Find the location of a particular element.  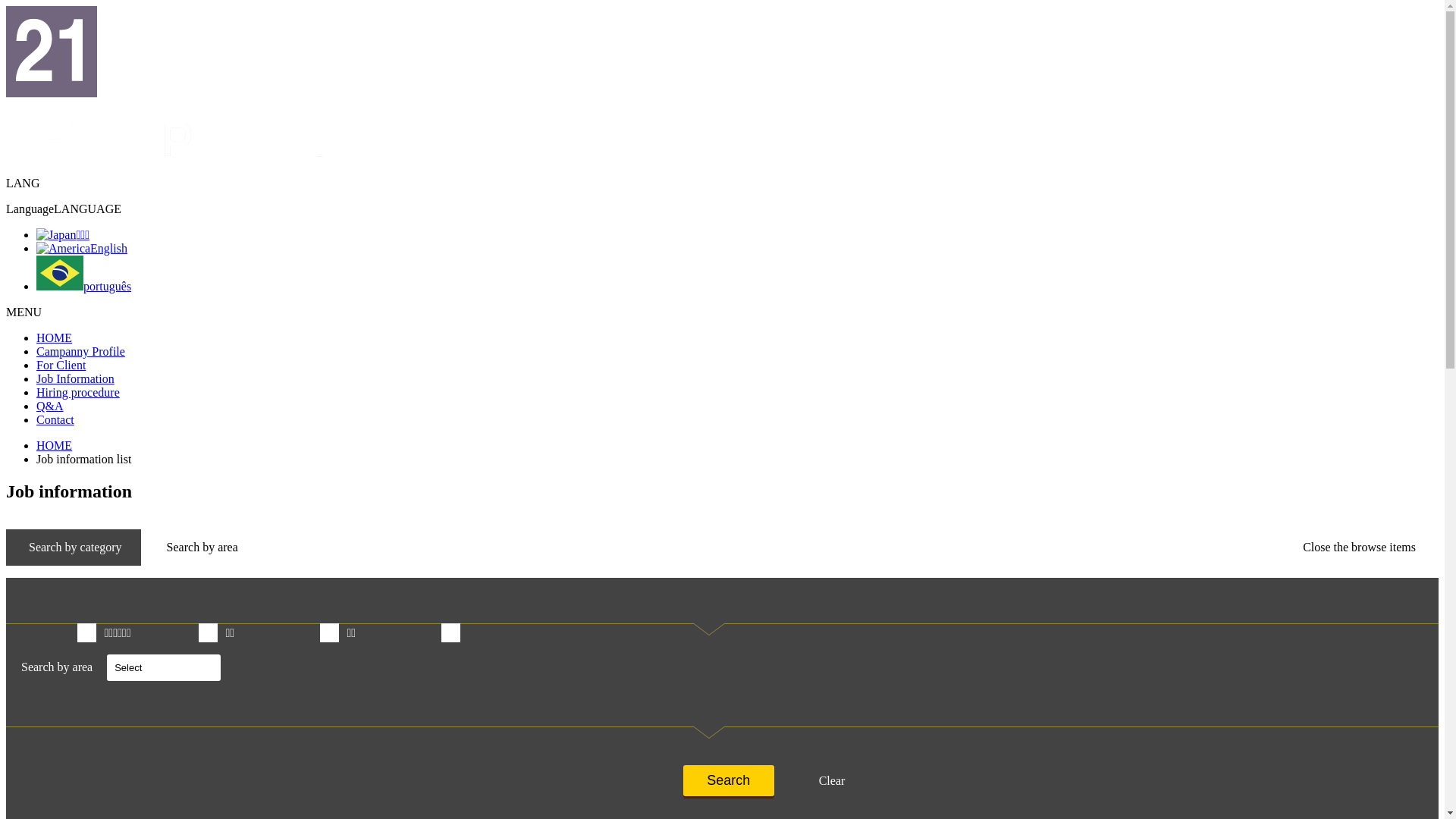

'English' is located at coordinates (80, 247).